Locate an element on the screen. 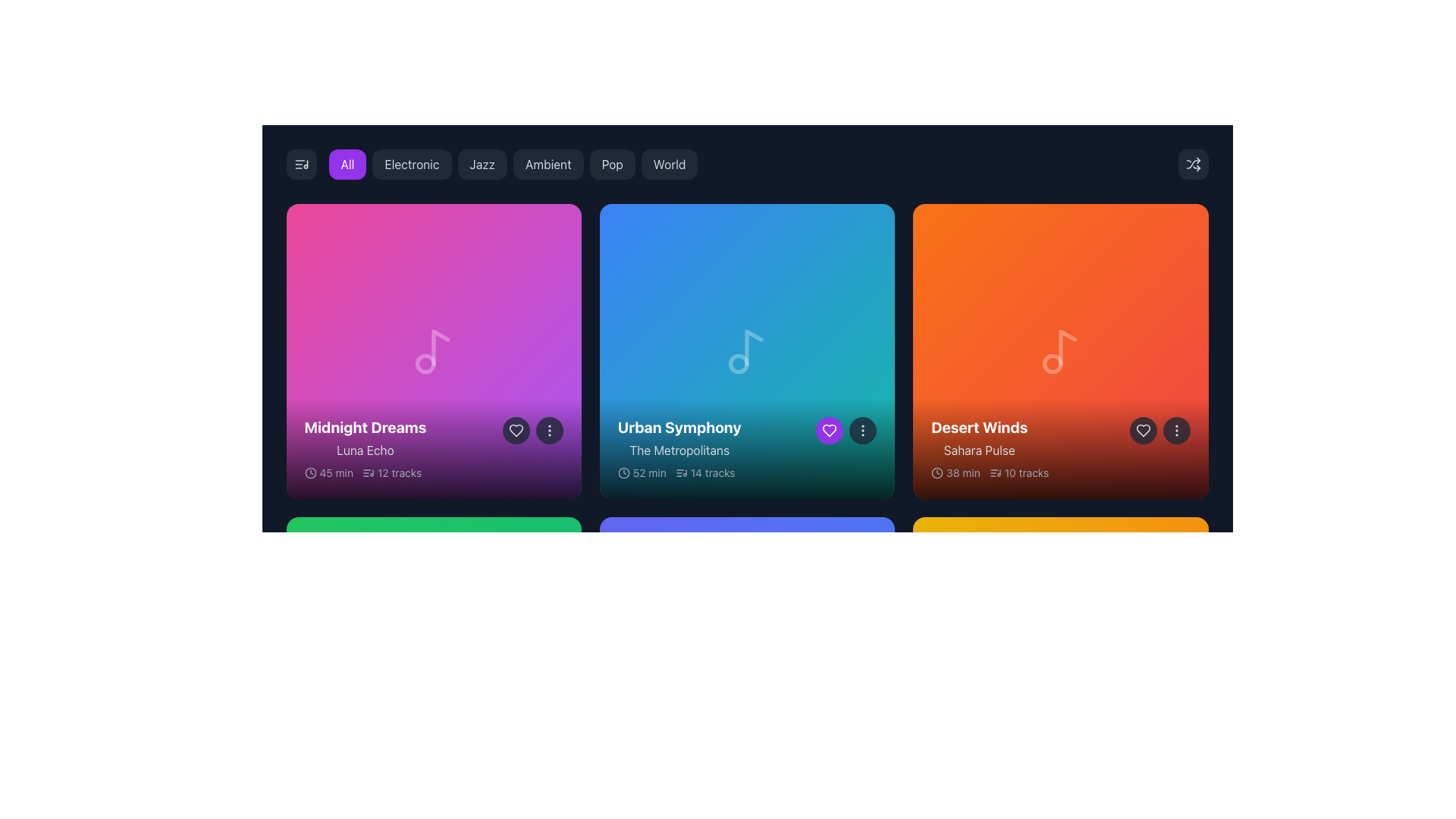 This screenshot has width=1456, height=819. the non-interactive title text label that identifies a playlist or media collection, located at the top-center of the card above the secondary text 'The Metropolitans' is located at coordinates (679, 428).